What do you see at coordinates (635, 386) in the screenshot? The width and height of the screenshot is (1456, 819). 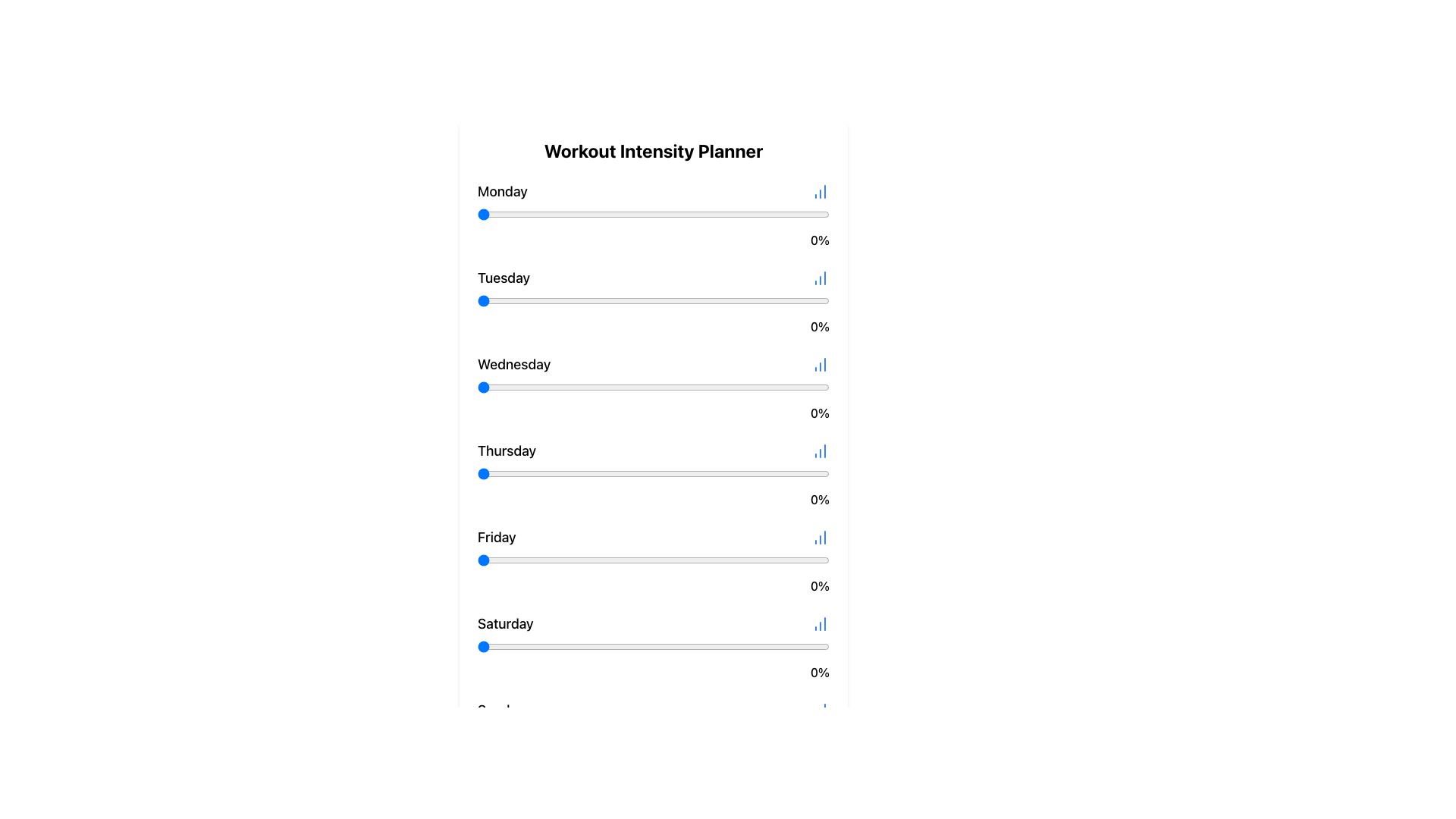 I see `the Wednesday workout intensity` at bounding box center [635, 386].